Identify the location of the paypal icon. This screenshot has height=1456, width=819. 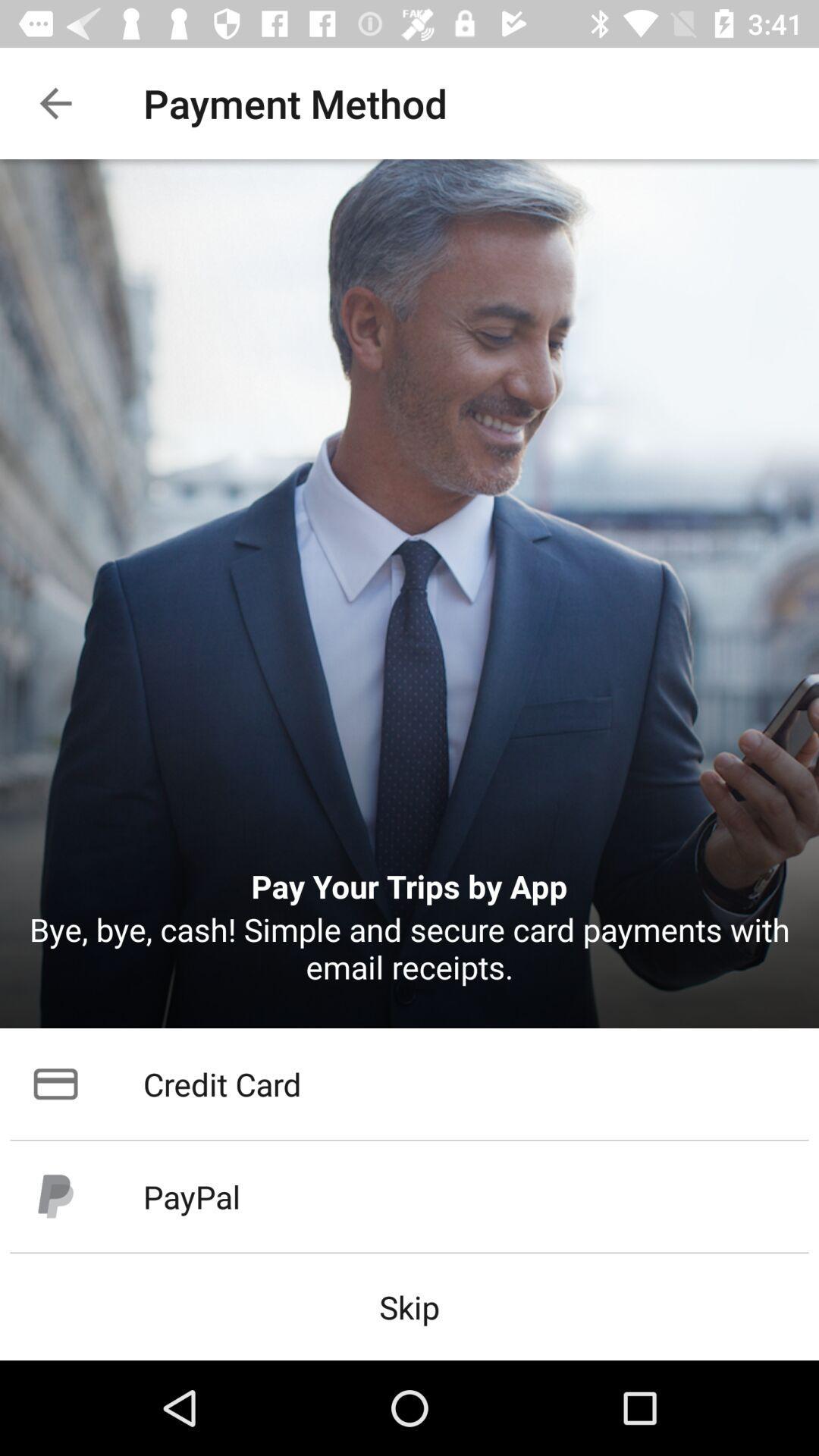
(409, 1196).